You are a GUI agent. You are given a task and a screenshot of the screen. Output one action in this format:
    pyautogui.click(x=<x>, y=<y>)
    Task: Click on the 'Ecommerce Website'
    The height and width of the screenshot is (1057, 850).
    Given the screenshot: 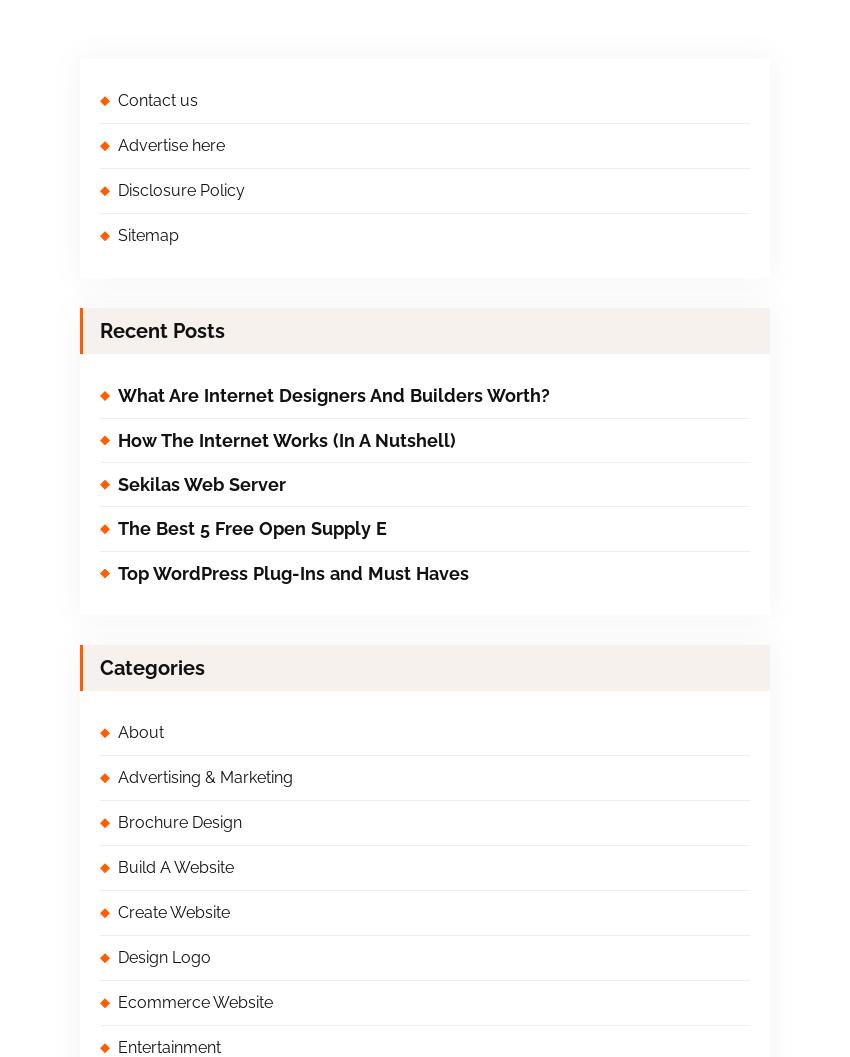 What is the action you would take?
    pyautogui.click(x=116, y=1001)
    